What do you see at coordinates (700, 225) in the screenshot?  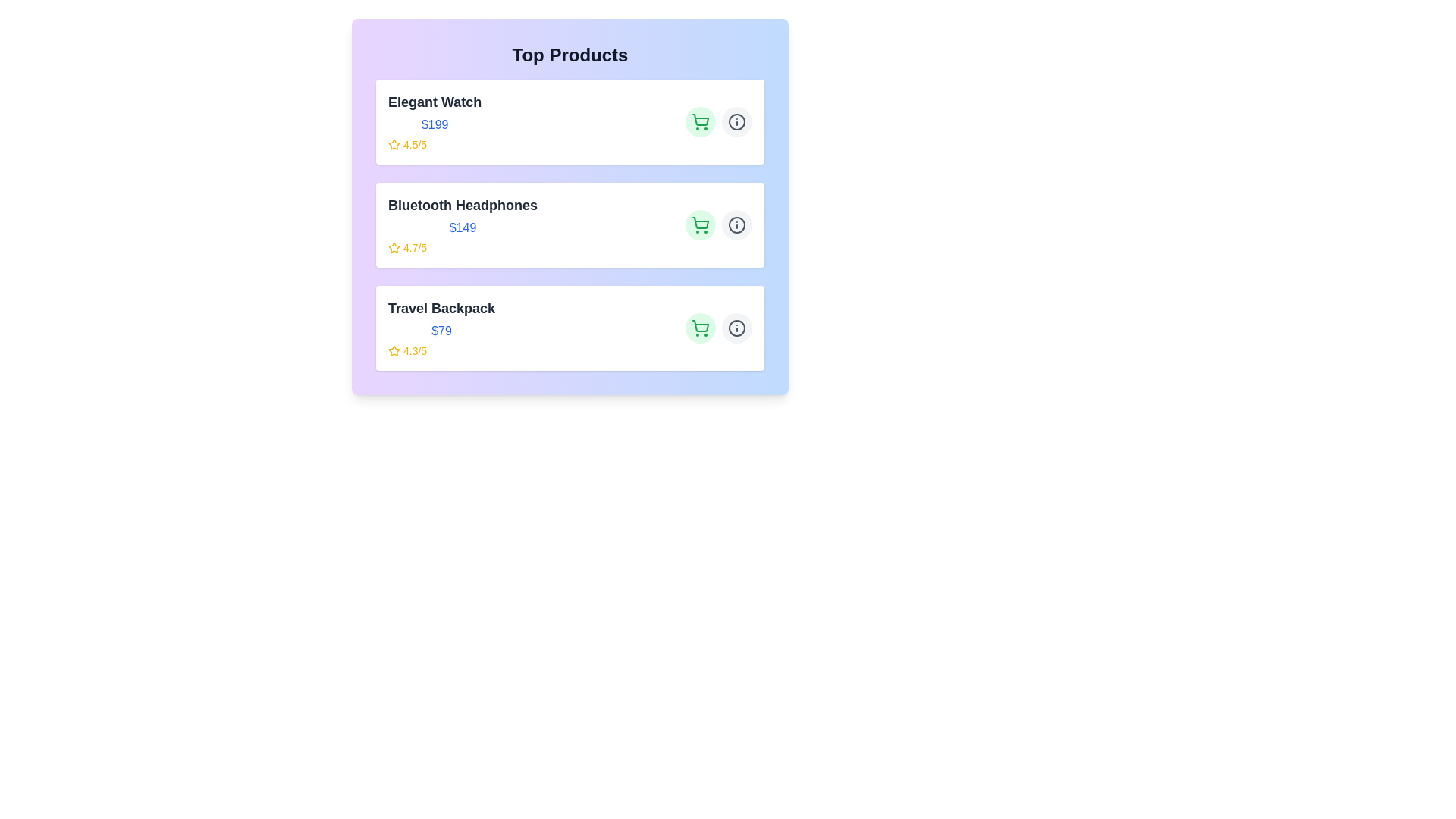 I see `'Add to Cart' button for the item 'Bluetooth Headphones'` at bounding box center [700, 225].